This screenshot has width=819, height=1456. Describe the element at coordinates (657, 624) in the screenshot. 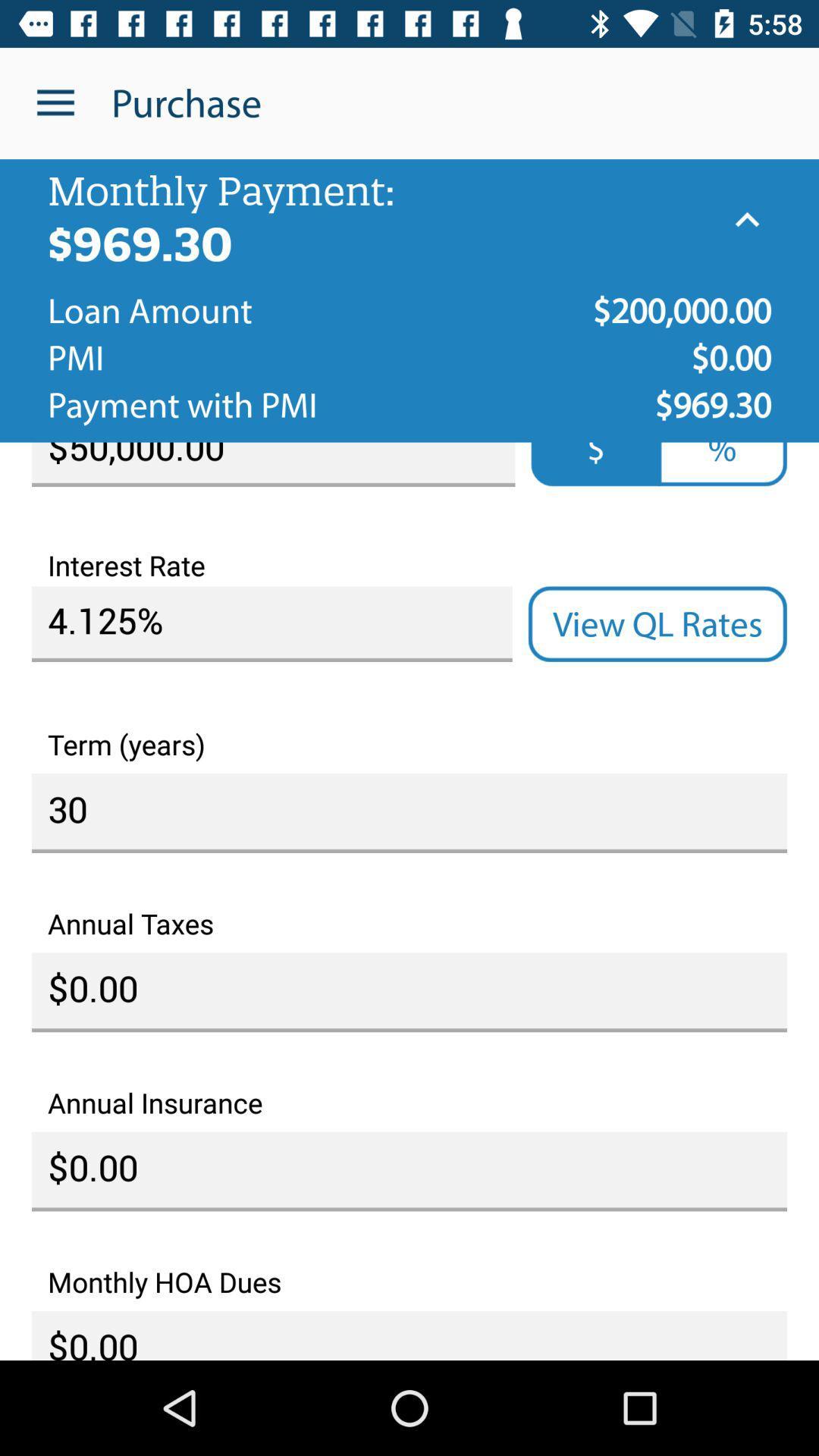

I see `the item to the right of 4.125% icon` at that location.